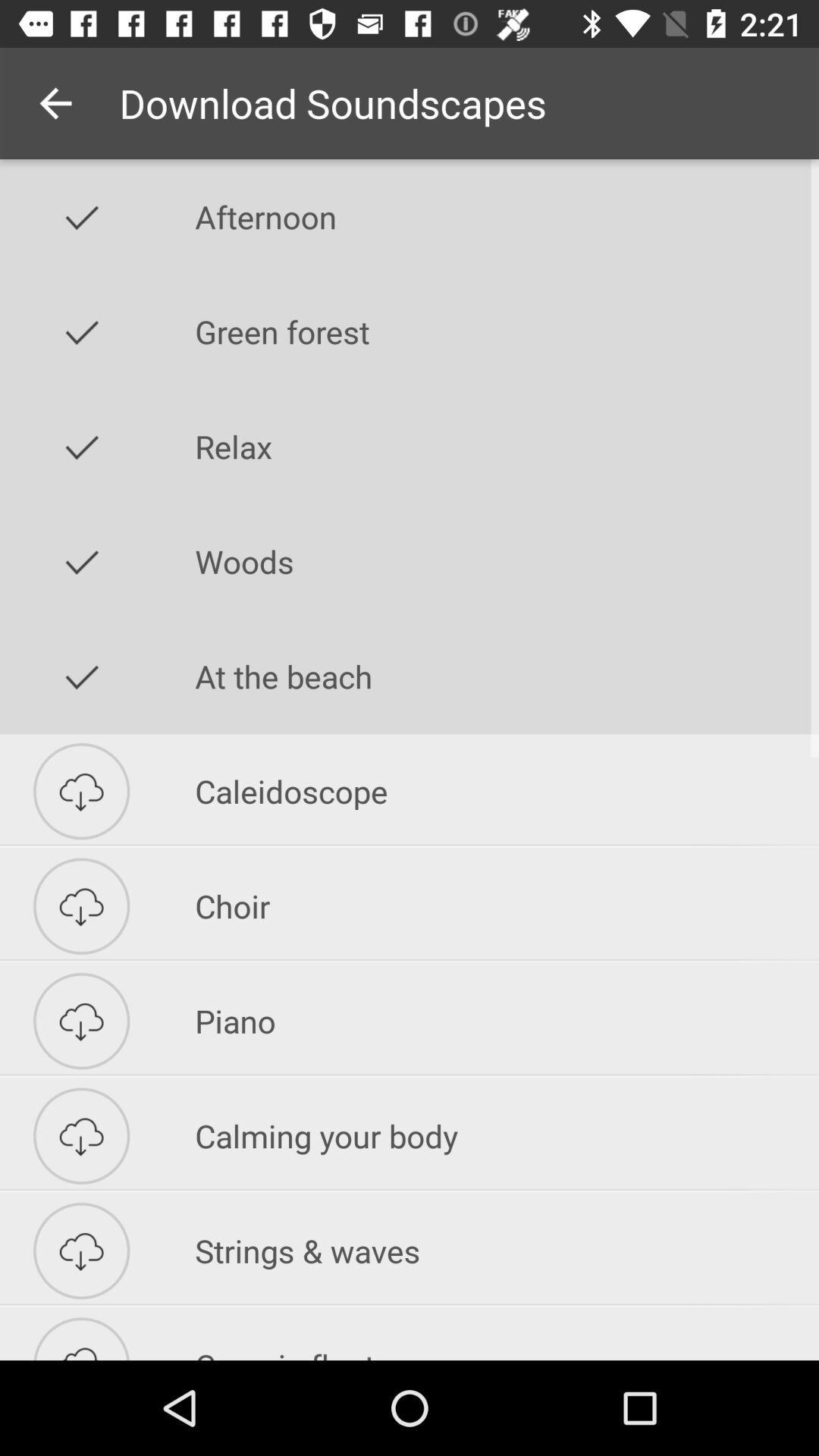  Describe the element at coordinates (507, 1333) in the screenshot. I see `item below the strings & waves icon` at that location.